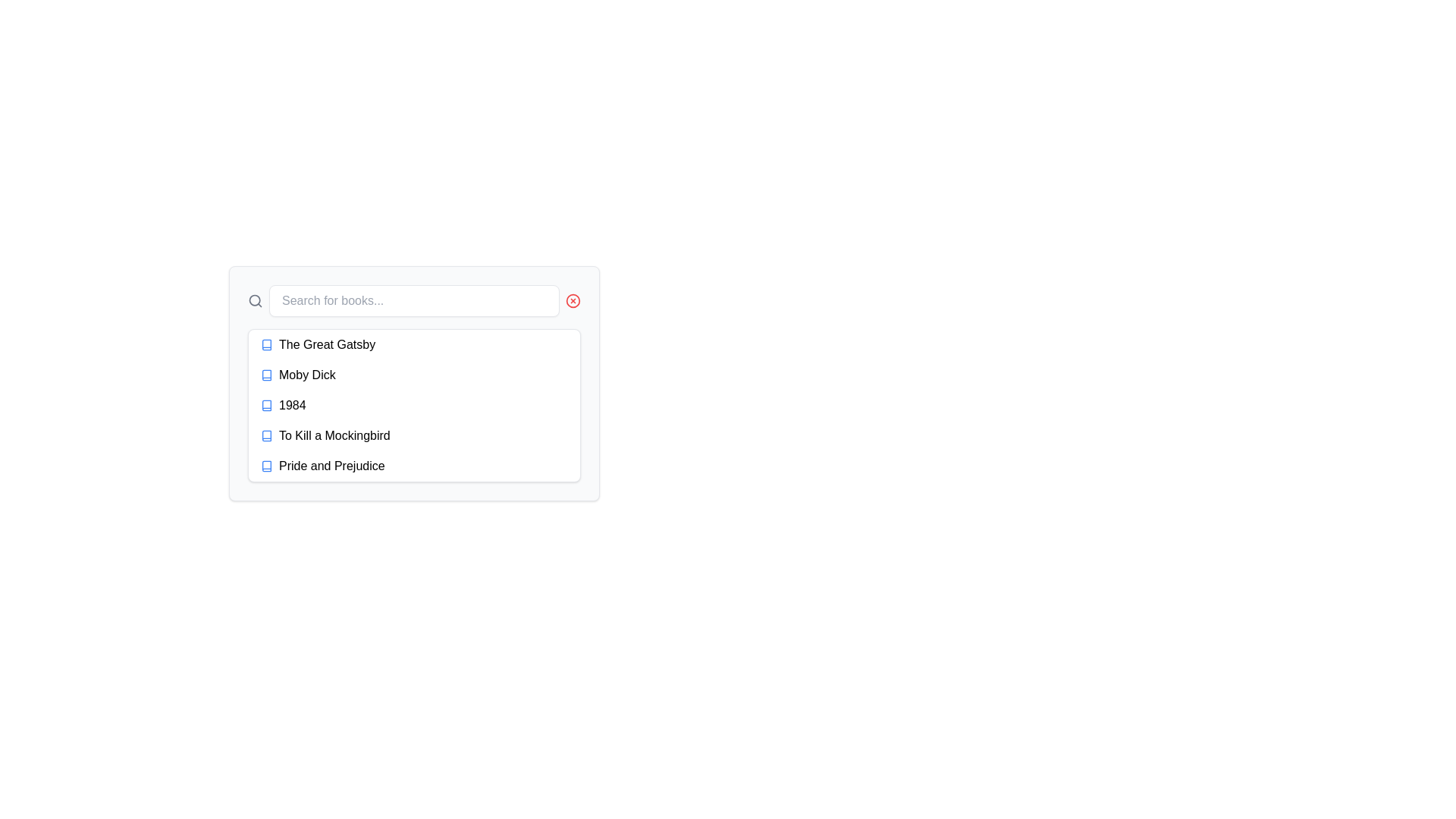 Image resolution: width=1456 pixels, height=819 pixels. What do you see at coordinates (414, 465) in the screenshot?
I see `the list item representing the book title 'Pride and Prejudice', which is the last item in a vertical list of book titles` at bounding box center [414, 465].